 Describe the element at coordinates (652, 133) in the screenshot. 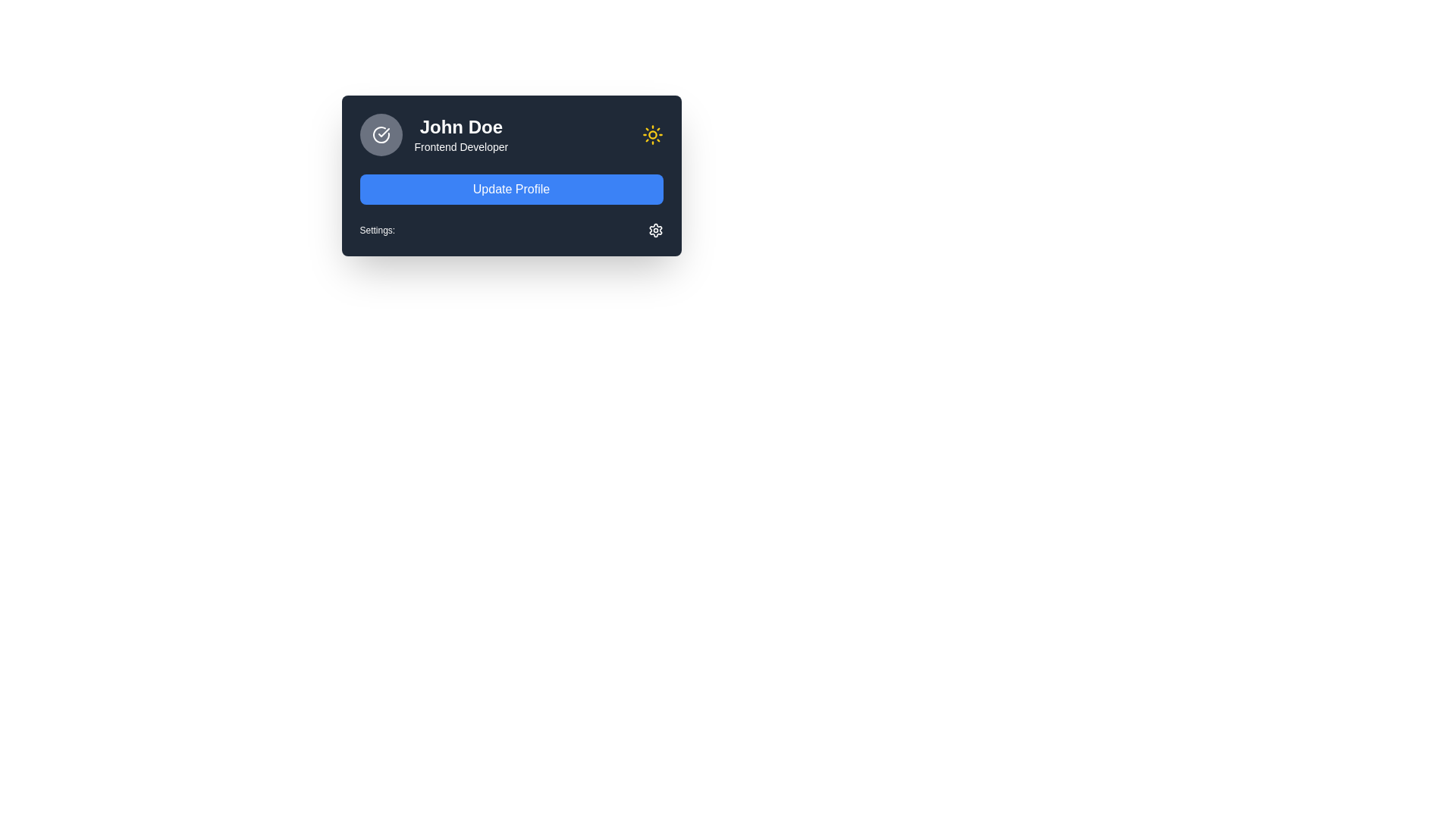

I see `the decorative circular SVG component representing a sun, located to the right of the profile name and designation text within the card` at that location.